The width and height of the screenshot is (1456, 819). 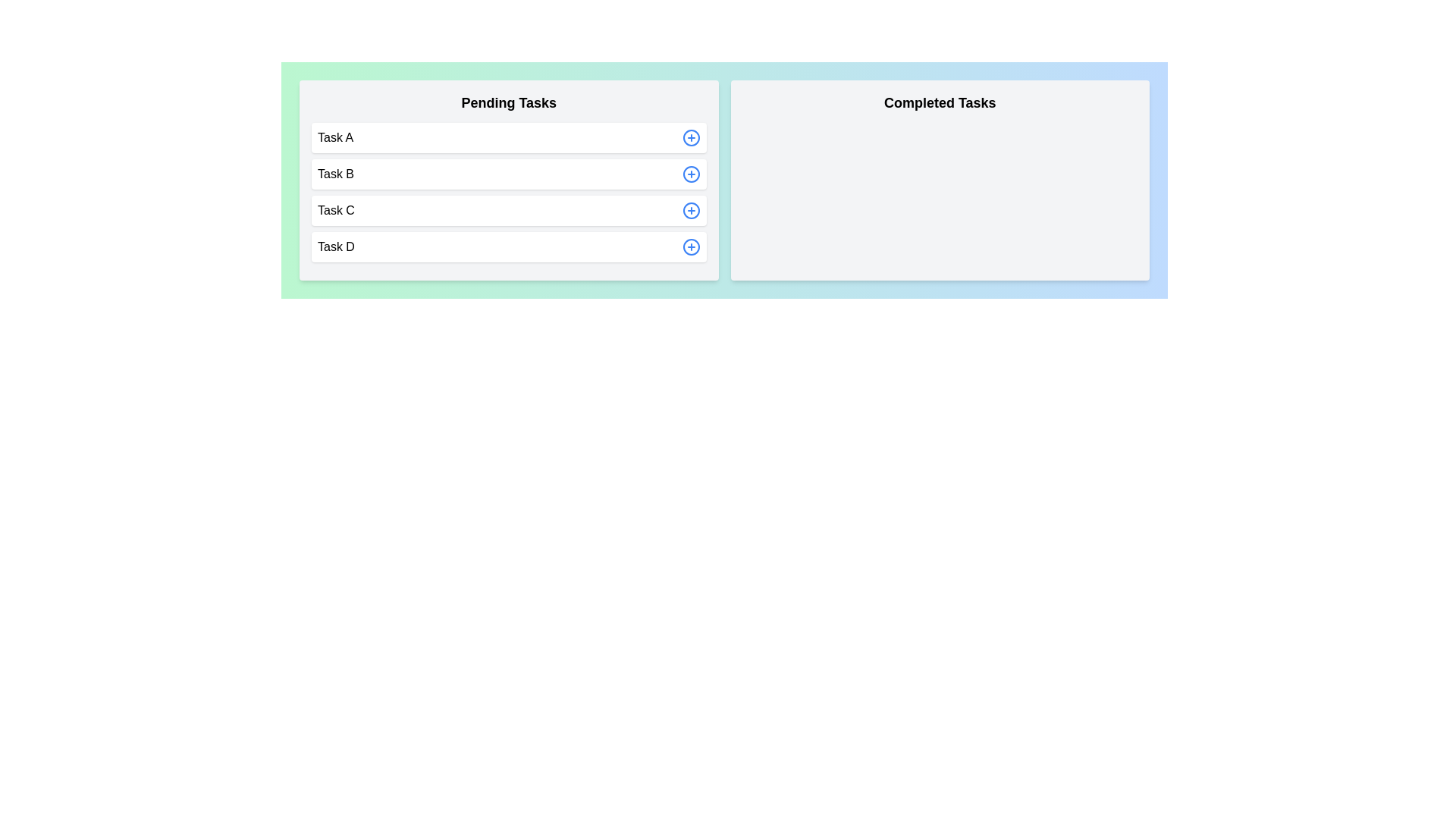 What do you see at coordinates (690, 210) in the screenshot?
I see `add button next to the task Task C in the 'Pending Tasks' section` at bounding box center [690, 210].